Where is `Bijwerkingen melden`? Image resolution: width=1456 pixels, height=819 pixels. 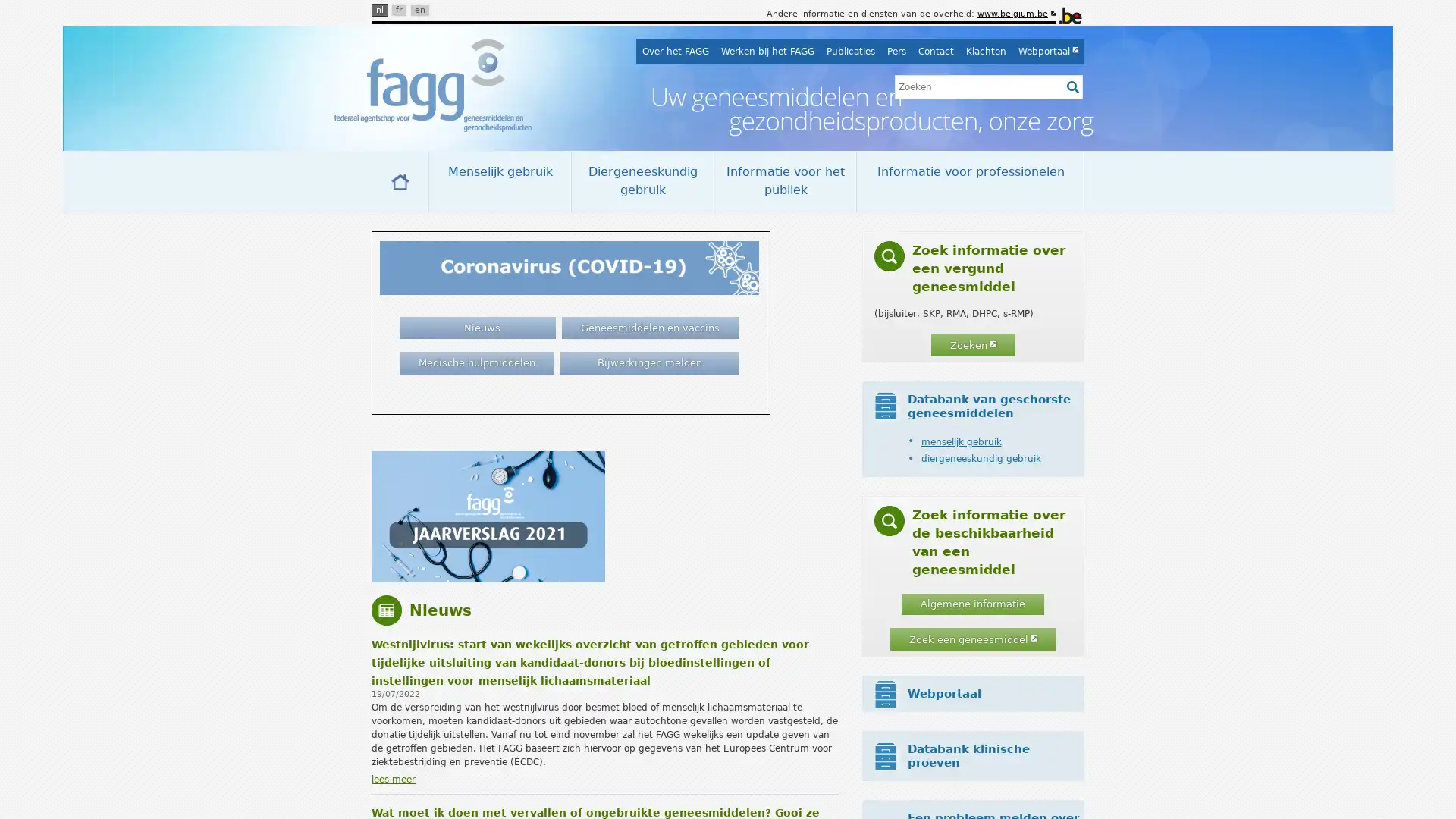 Bijwerkingen melden is located at coordinates (648, 362).